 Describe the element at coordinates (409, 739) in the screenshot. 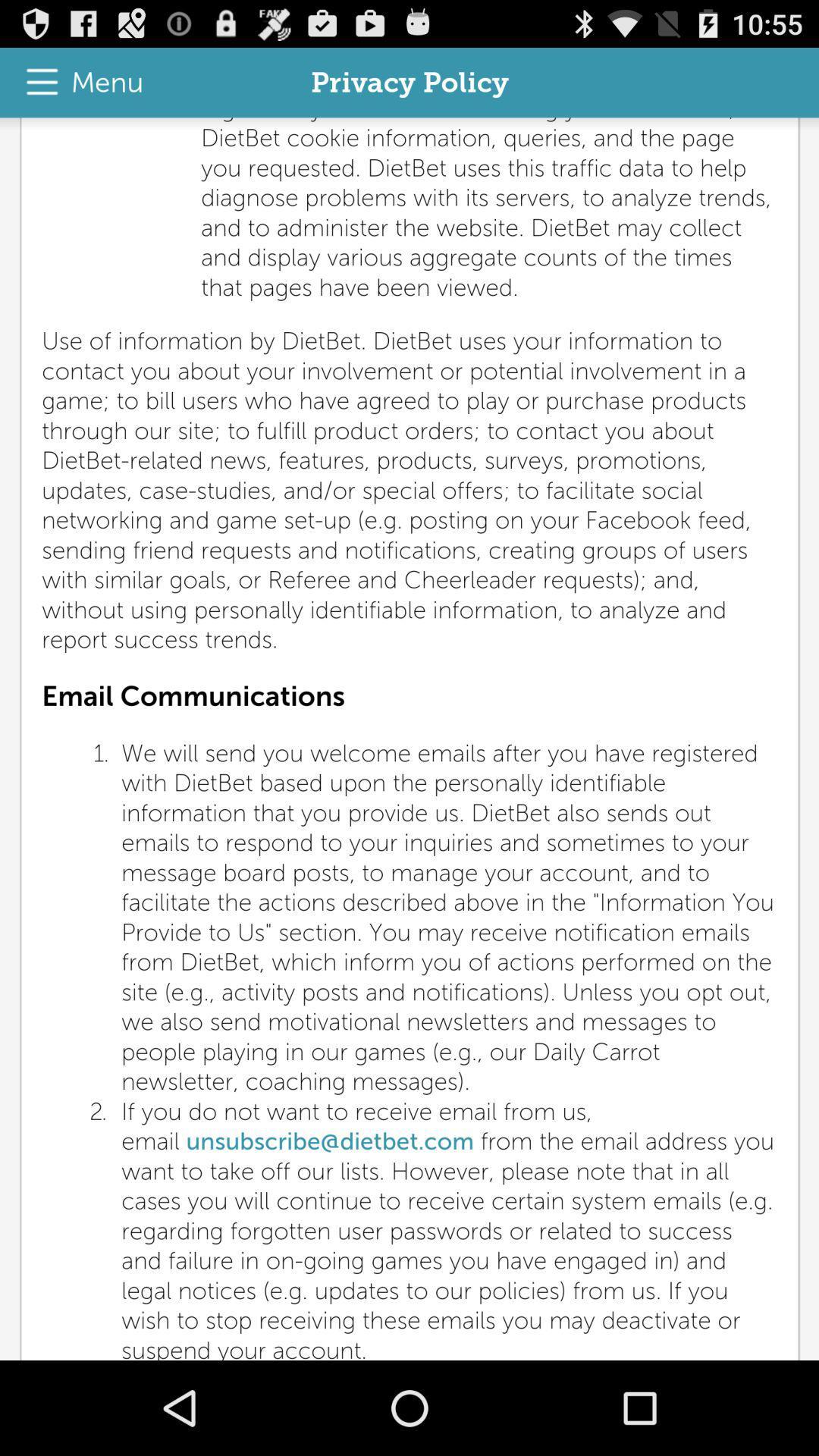

I see `the app below the menu item` at that location.